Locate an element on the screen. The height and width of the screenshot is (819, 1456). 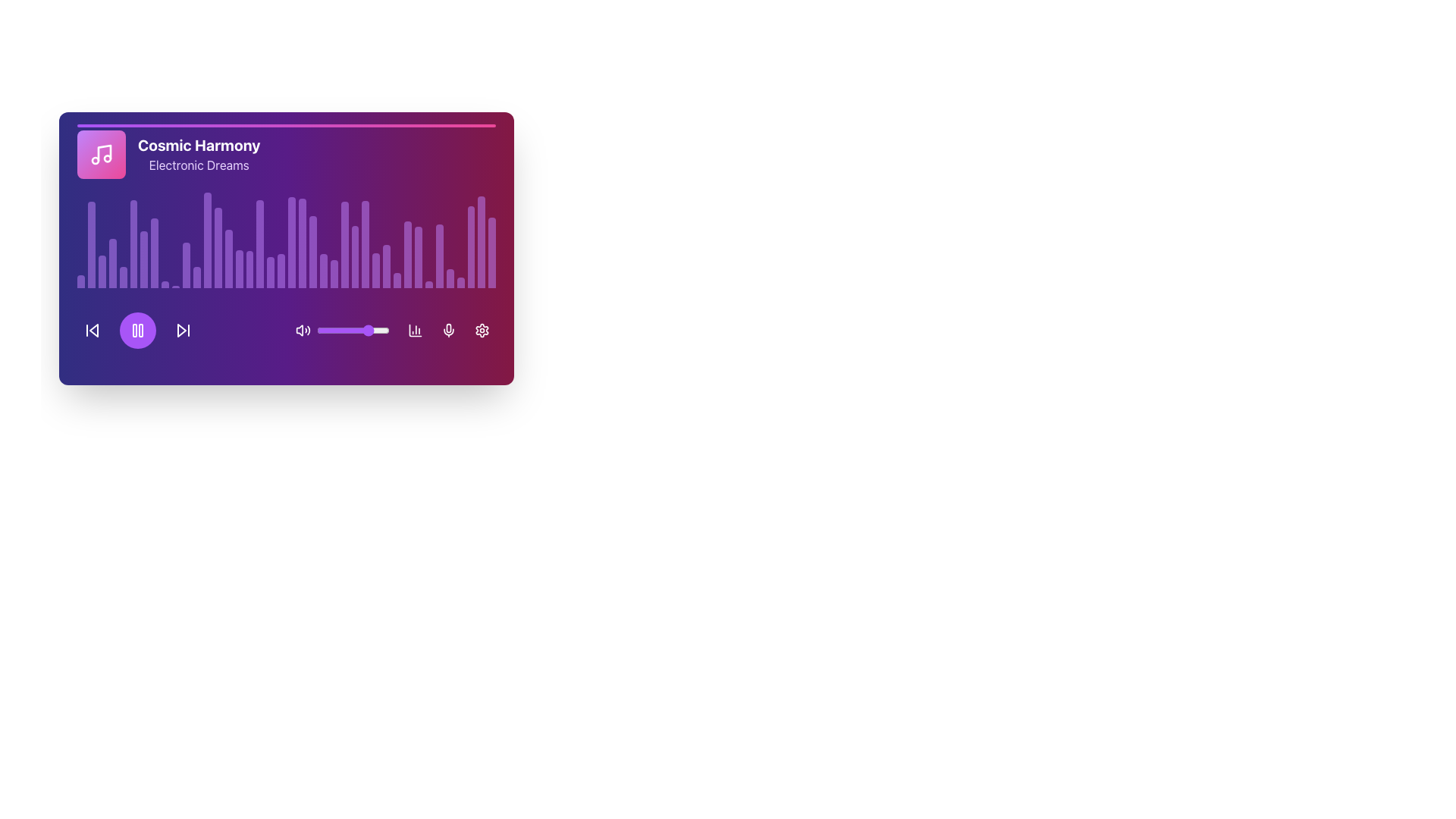
the triangular-shaped icon with a purple-to-red gradient background, located centrally within the control panel of the music player's interface, to skip to the next track is located at coordinates (182, 329).